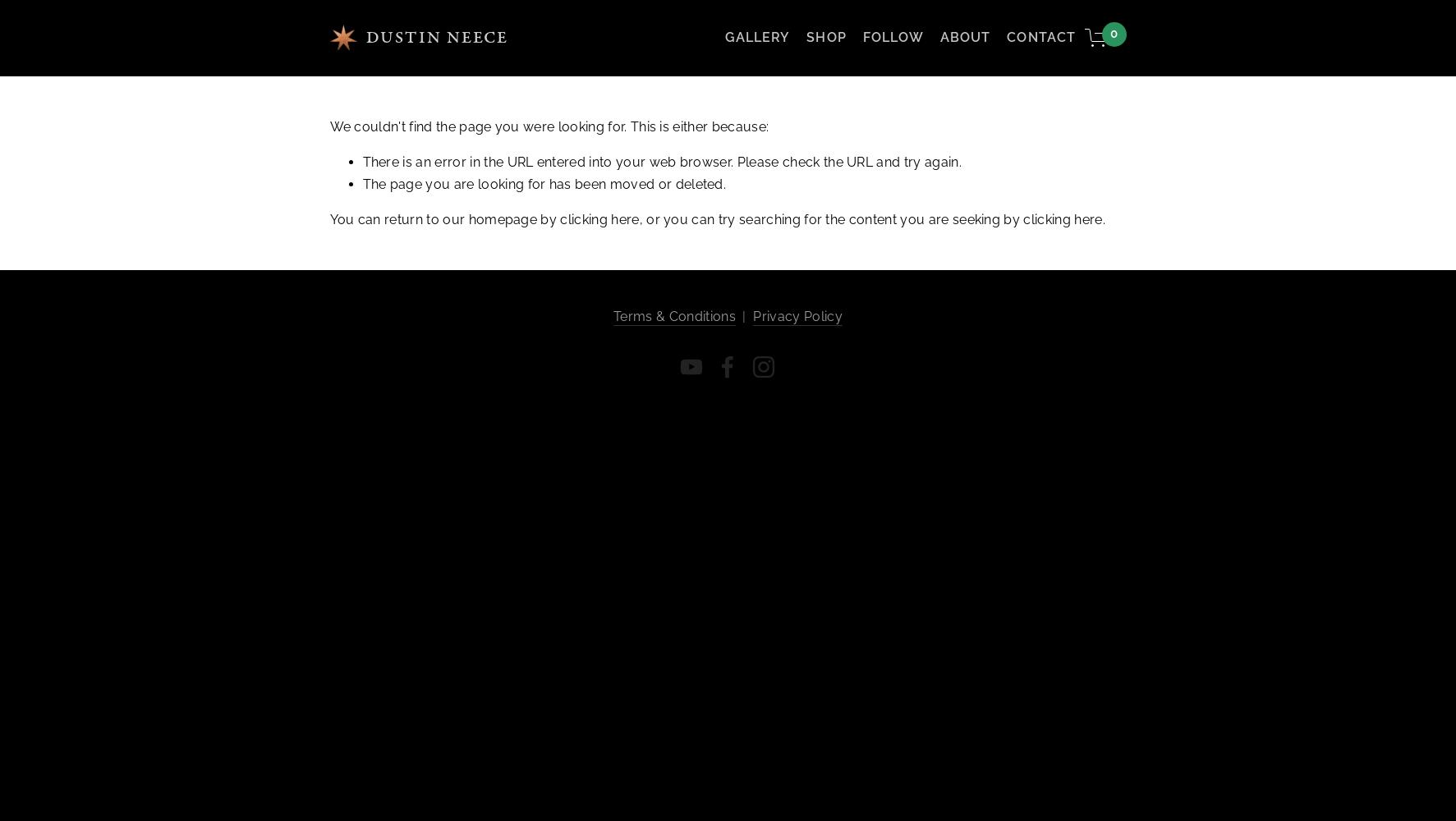  Describe the element at coordinates (673, 316) in the screenshot. I see `'Terms & Conditions'` at that location.